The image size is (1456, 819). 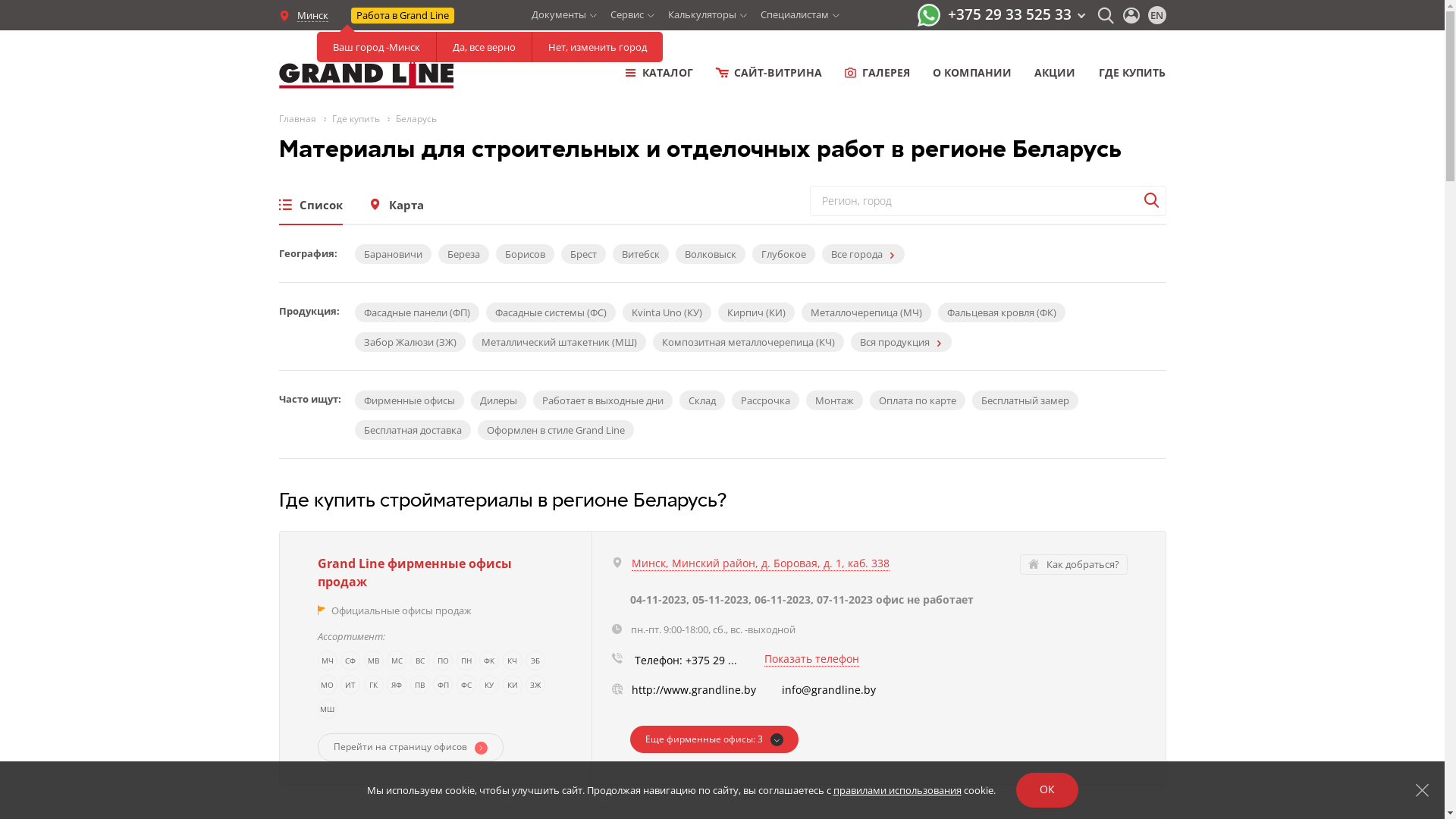 I want to click on 'EN', so click(x=1156, y=14).